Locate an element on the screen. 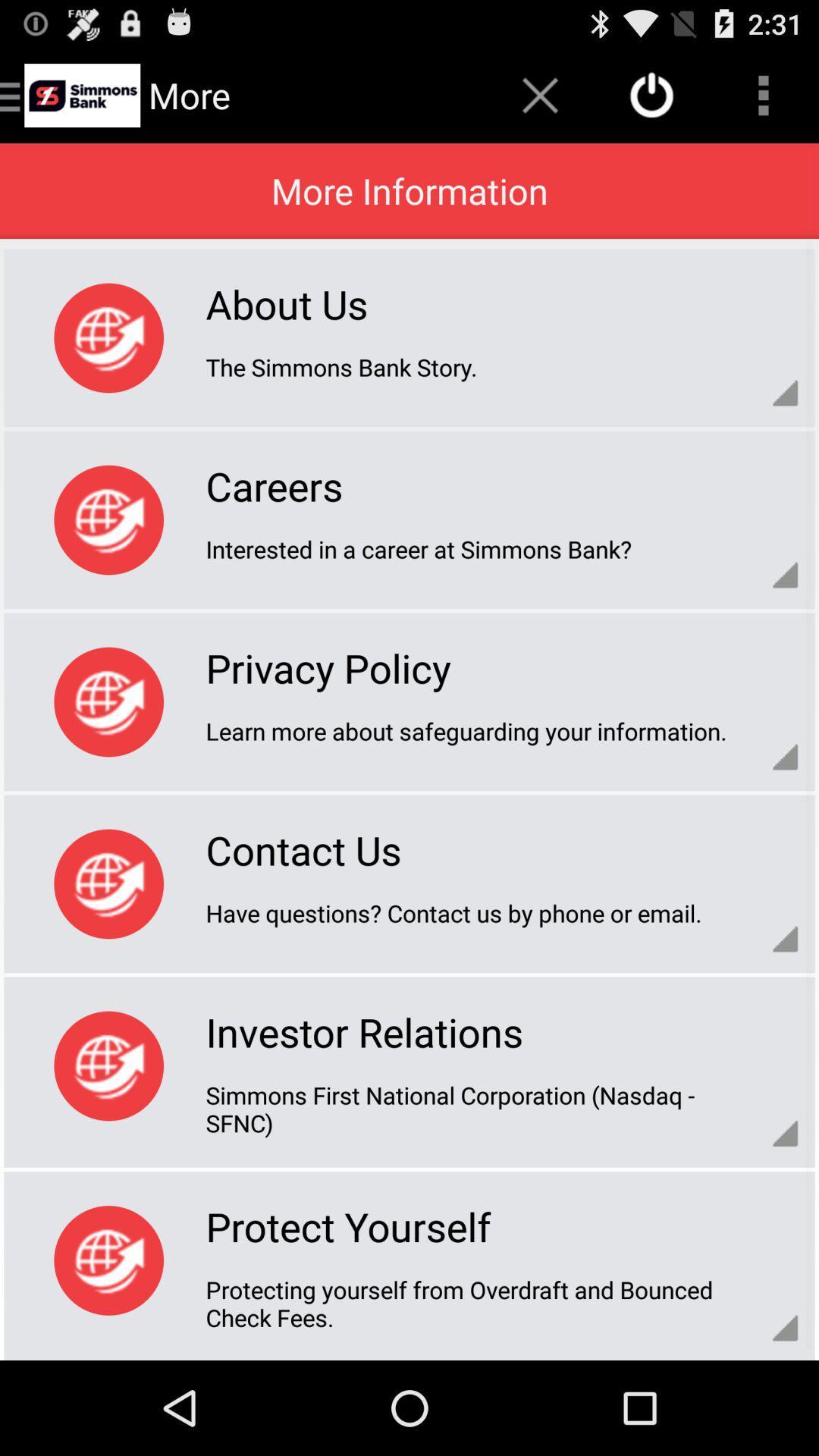  the option which is beside carers is located at coordinates (108, 520).